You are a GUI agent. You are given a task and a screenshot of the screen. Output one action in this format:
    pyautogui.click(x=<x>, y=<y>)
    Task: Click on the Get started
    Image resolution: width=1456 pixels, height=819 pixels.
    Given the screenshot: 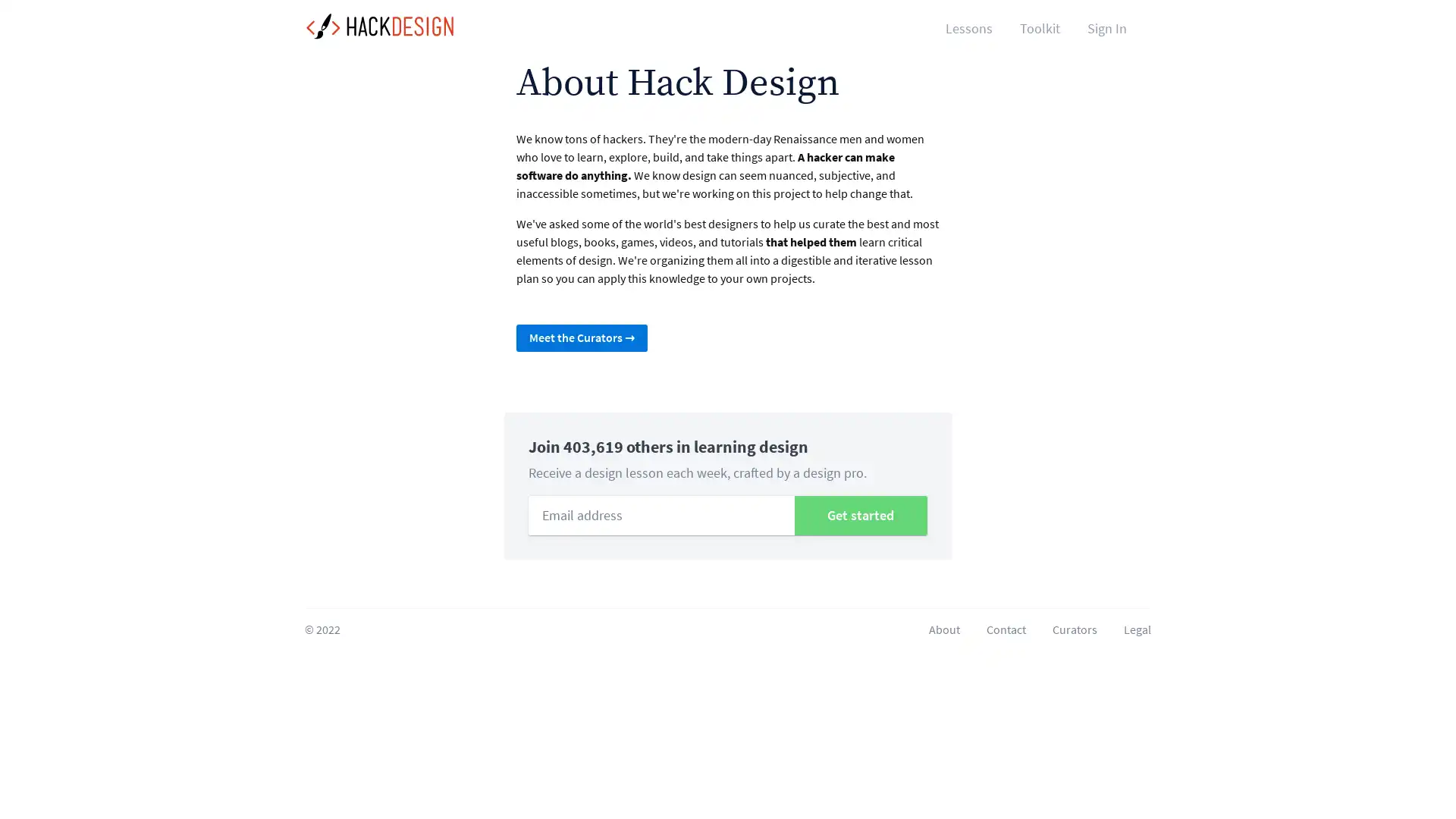 What is the action you would take?
    pyautogui.click(x=860, y=514)
    